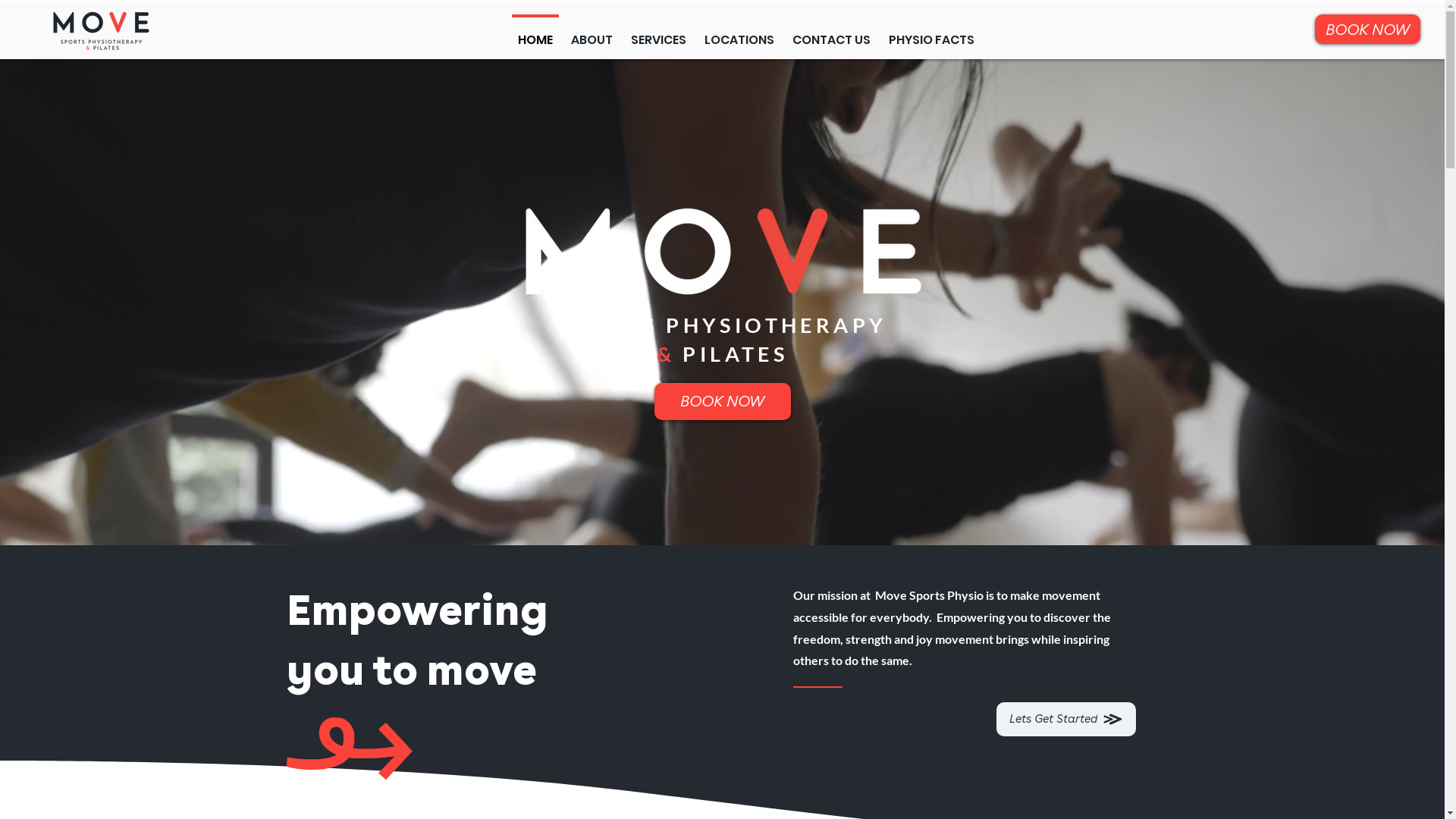  I want to click on 'SERVICES', so click(658, 33).